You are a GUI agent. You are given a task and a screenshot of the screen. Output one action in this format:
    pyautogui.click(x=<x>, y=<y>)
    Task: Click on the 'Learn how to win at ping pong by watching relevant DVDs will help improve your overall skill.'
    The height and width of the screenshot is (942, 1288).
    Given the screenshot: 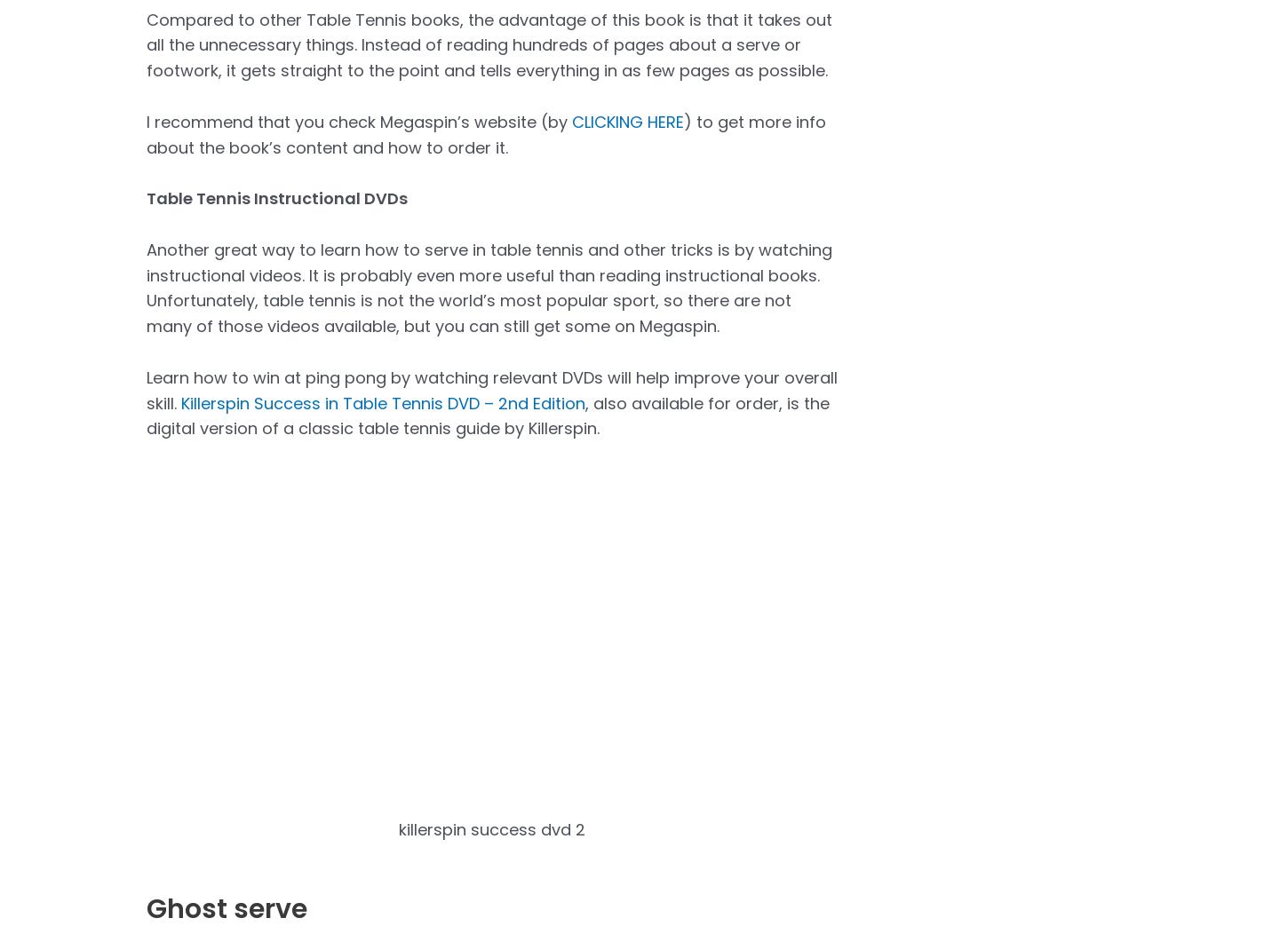 What is the action you would take?
    pyautogui.click(x=146, y=390)
    